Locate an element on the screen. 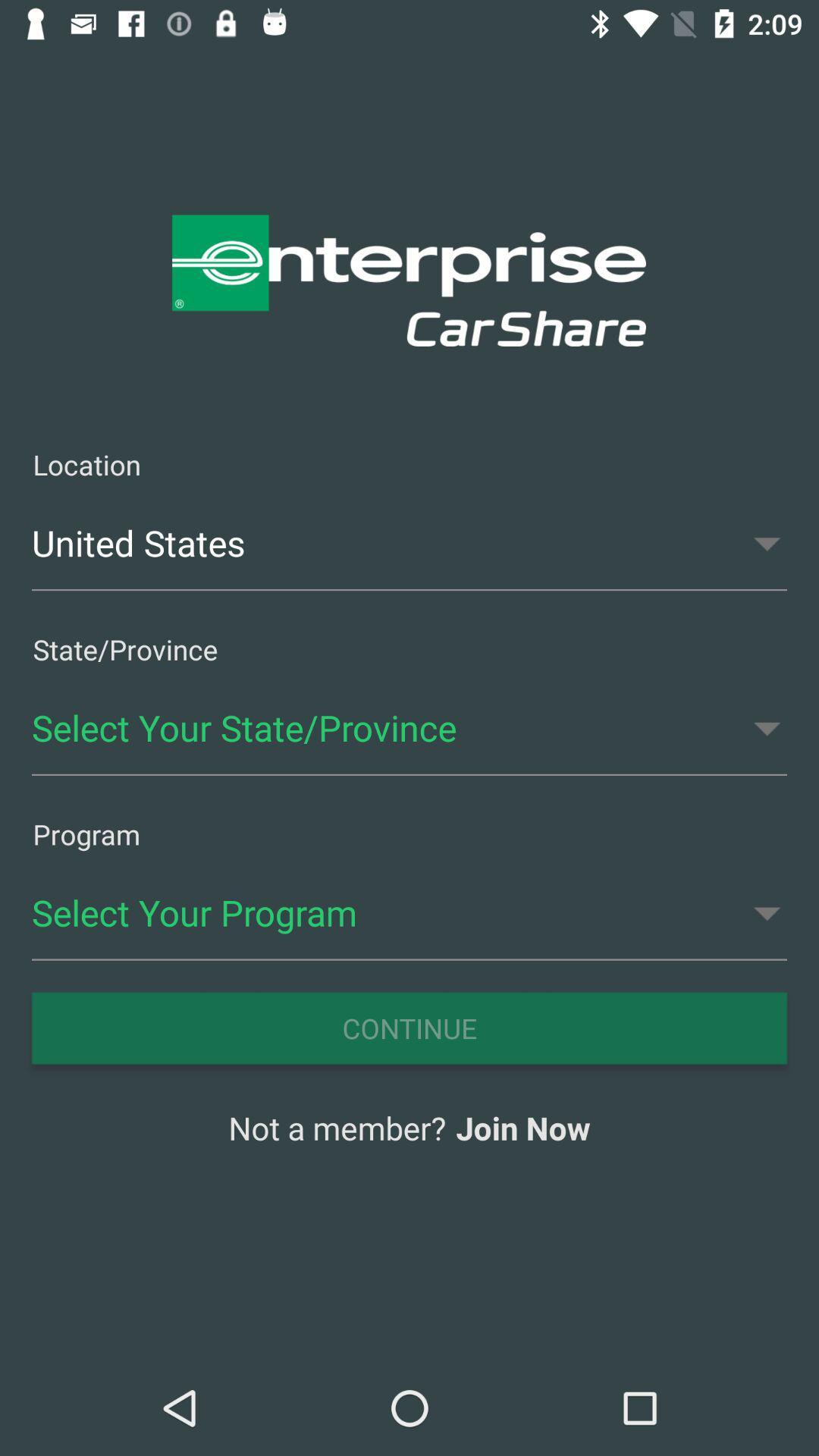 The image size is (819, 1456). icon below location item is located at coordinates (409, 543).